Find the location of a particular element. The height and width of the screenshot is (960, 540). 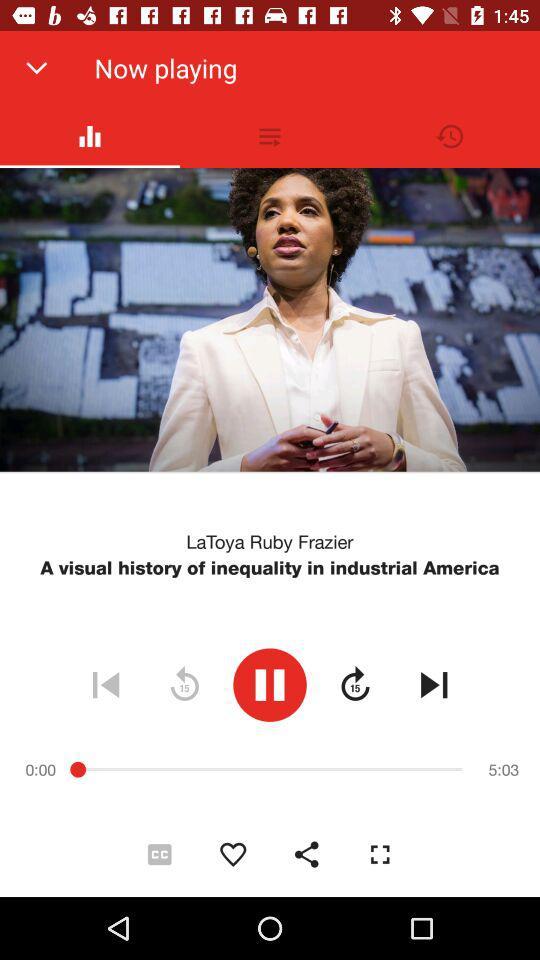

the skip_next icon is located at coordinates (433, 684).